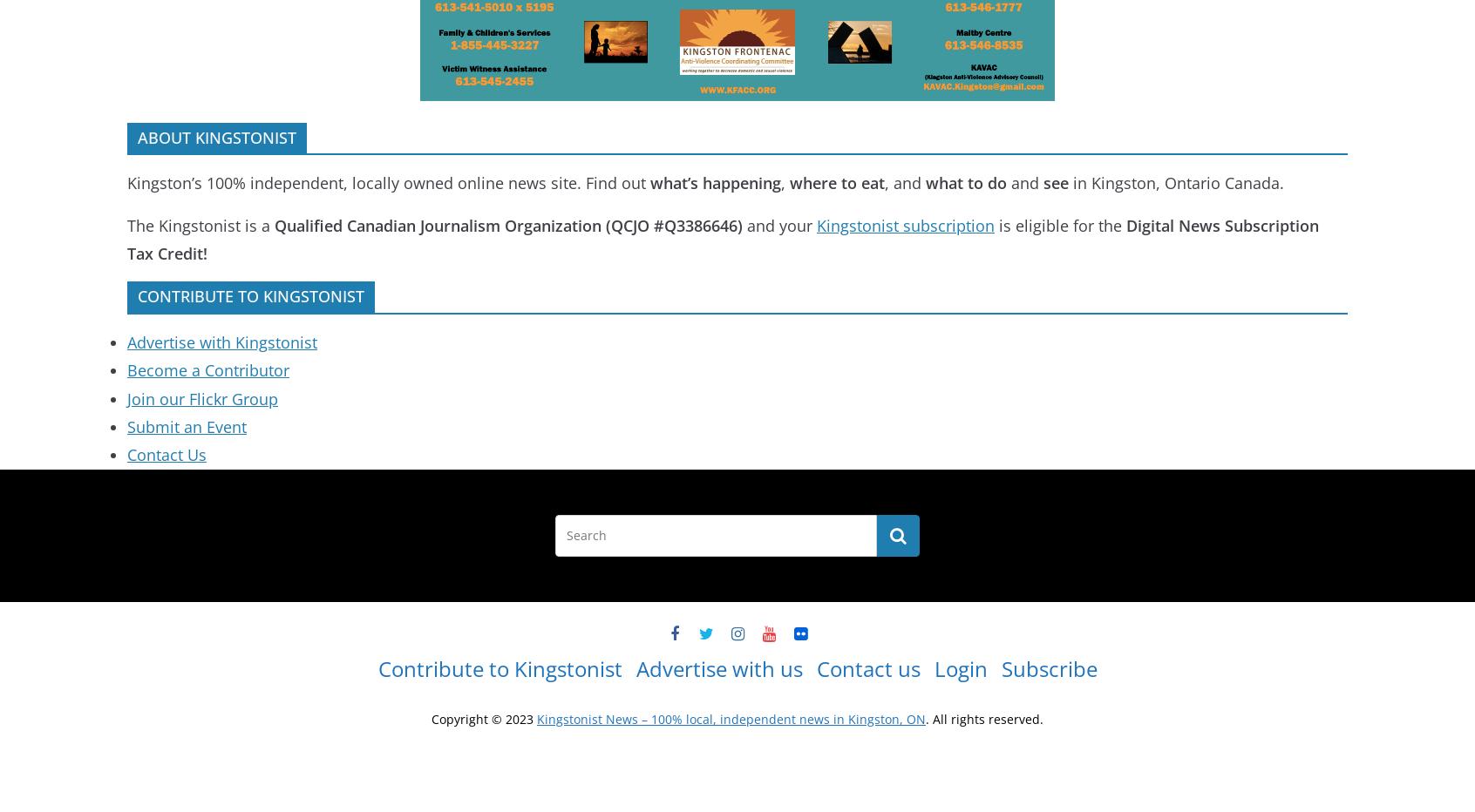 This screenshot has height=812, width=1475. What do you see at coordinates (187, 426) in the screenshot?
I see `'Submit an Event'` at bounding box center [187, 426].